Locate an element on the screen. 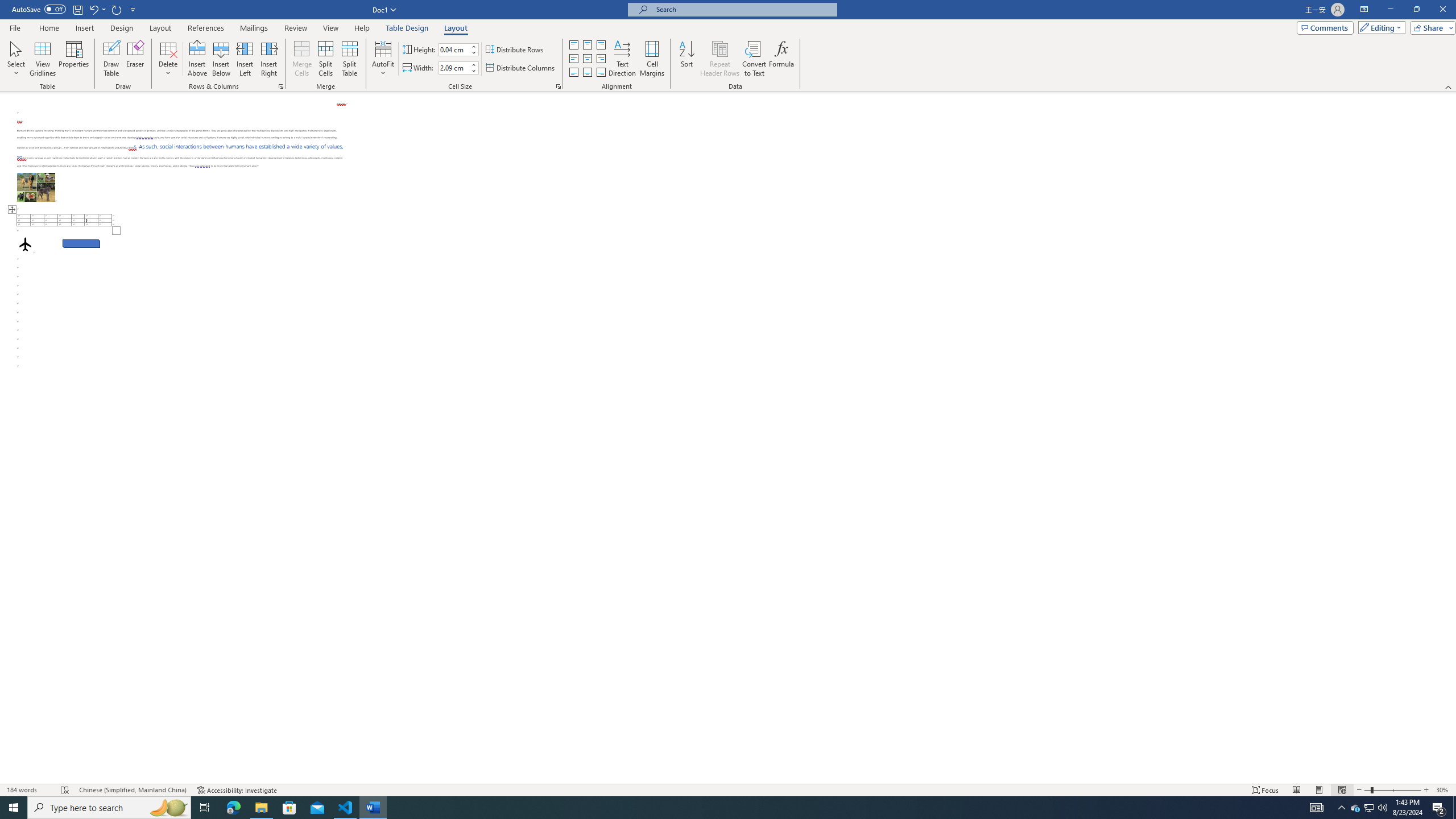  'Insert Right' is located at coordinates (268, 59).